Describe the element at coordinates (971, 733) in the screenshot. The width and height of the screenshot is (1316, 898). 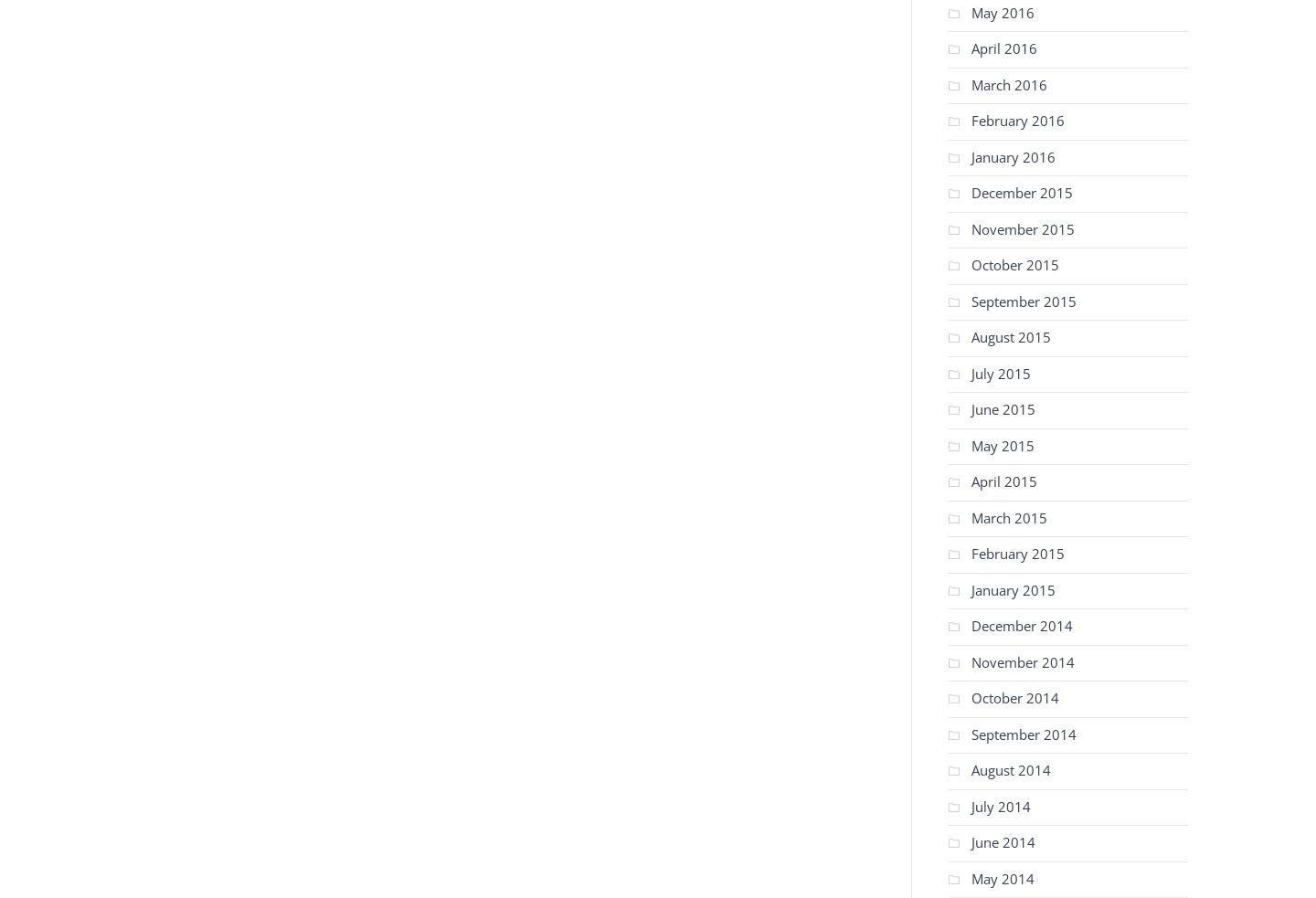
I see `'September 2014'` at that location.